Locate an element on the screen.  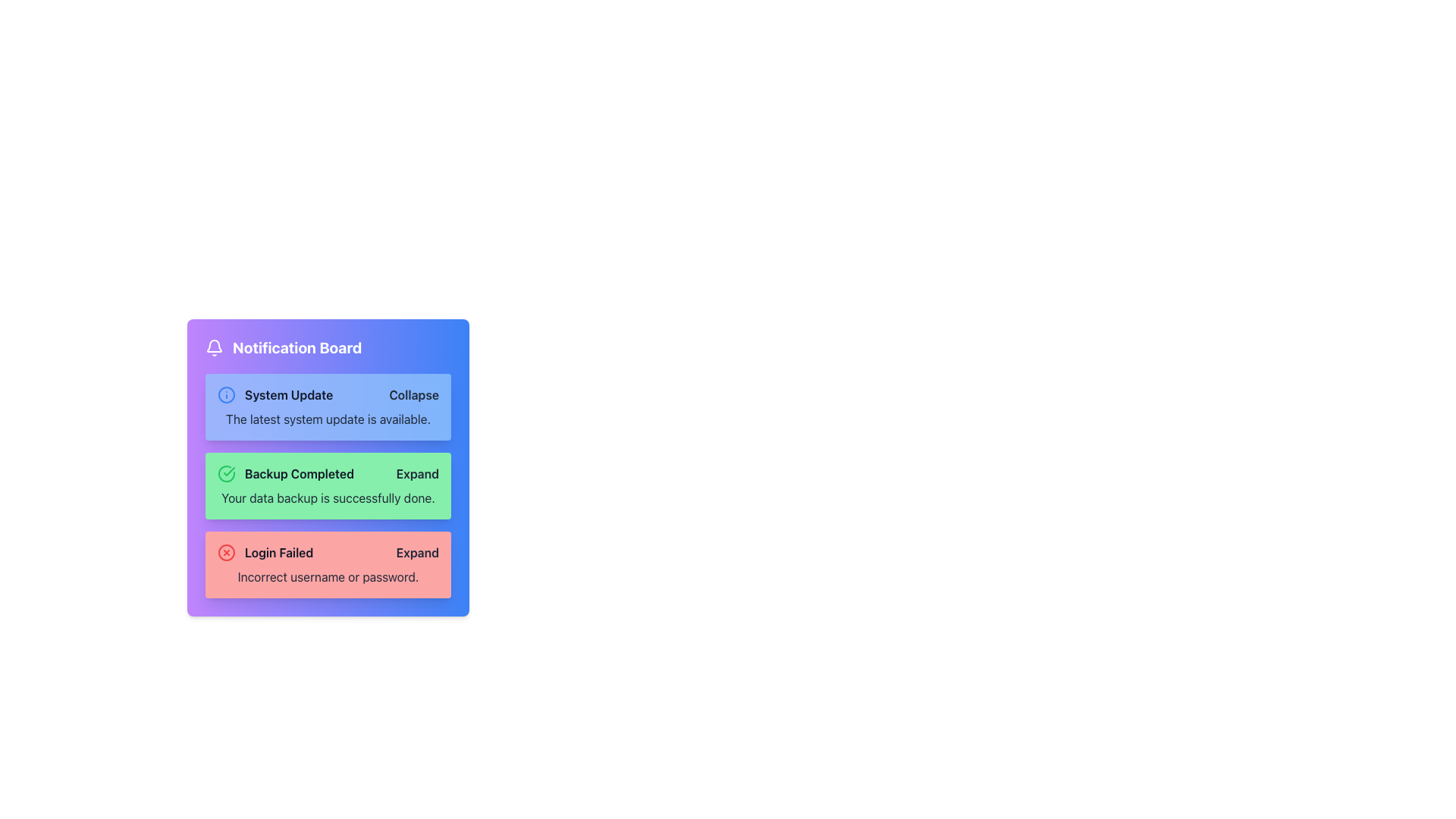
the 'Backup Completed' text label, which is styled in bold text and located within a green notification card, positioned between a green checkmark icon and an 'Expand' button is located at coordinates (299, 472).